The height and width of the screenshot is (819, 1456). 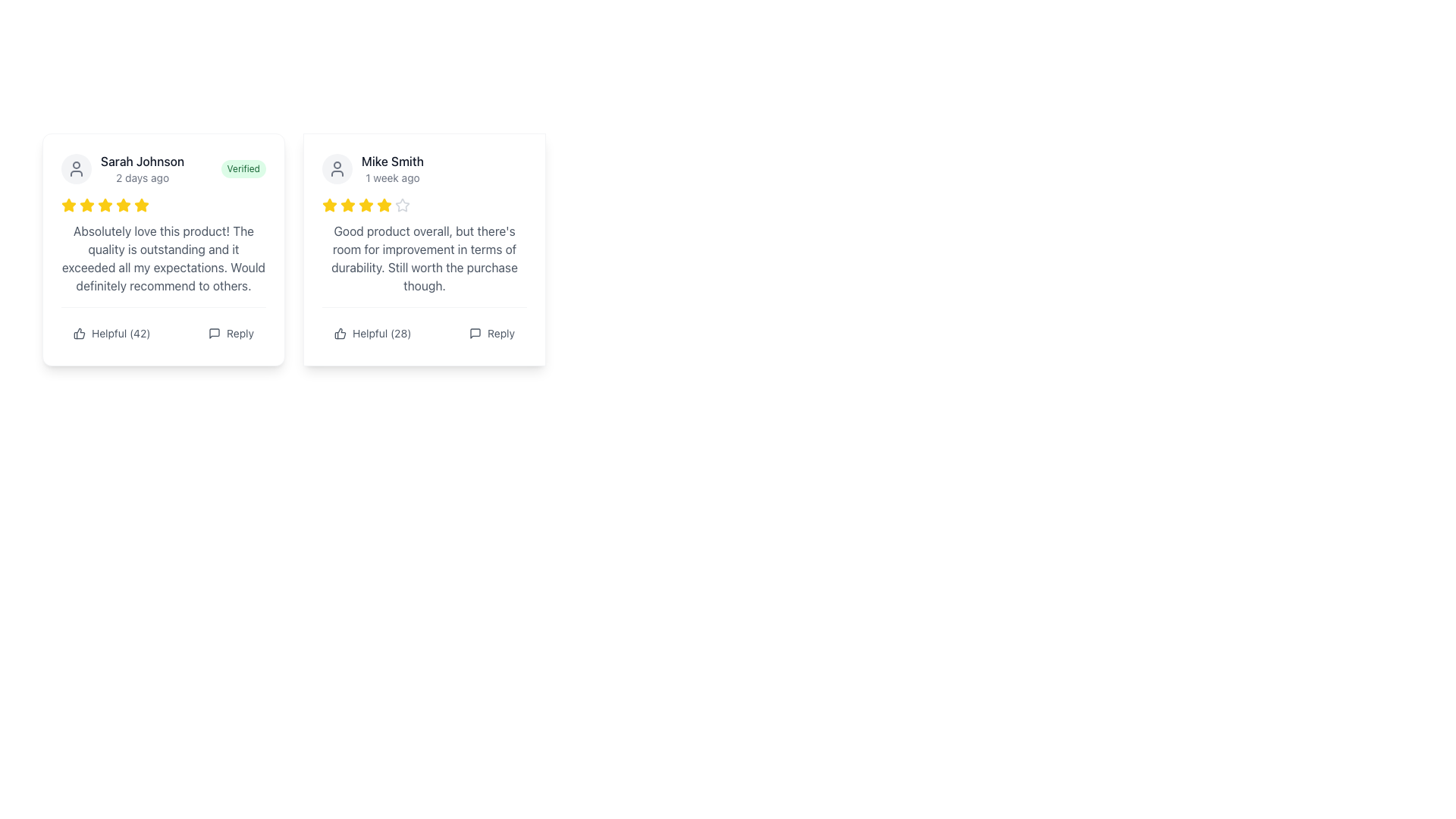 I want to click on the second golden star in the five-star rating system under the user's name, Sarah Johnson, on the review card, so click(x=105, y=205).